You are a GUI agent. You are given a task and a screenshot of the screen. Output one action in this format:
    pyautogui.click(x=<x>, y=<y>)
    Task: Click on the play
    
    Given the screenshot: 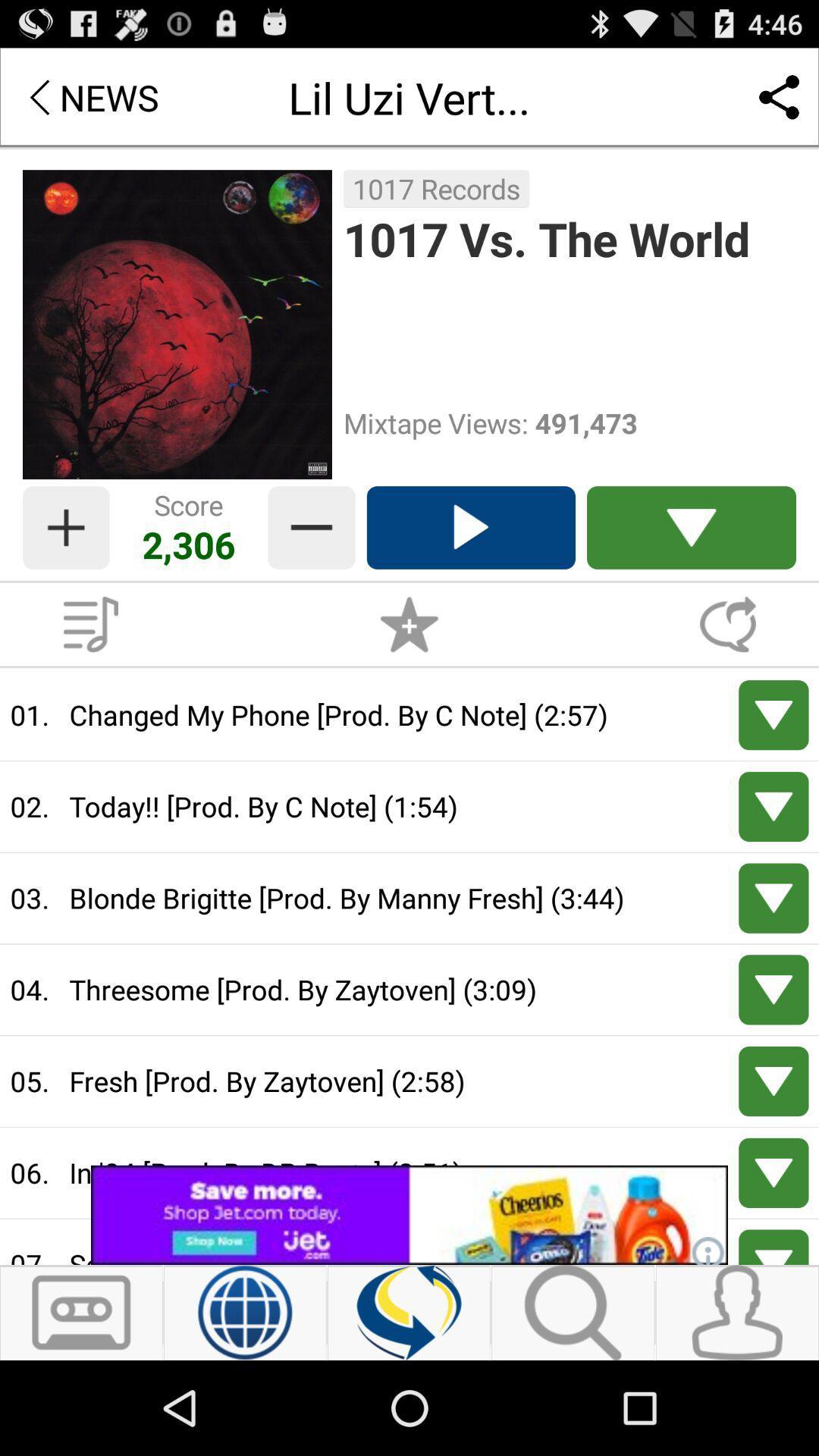 What is the action you would take?
    pyautogui.click(x=773, y=1247)
    